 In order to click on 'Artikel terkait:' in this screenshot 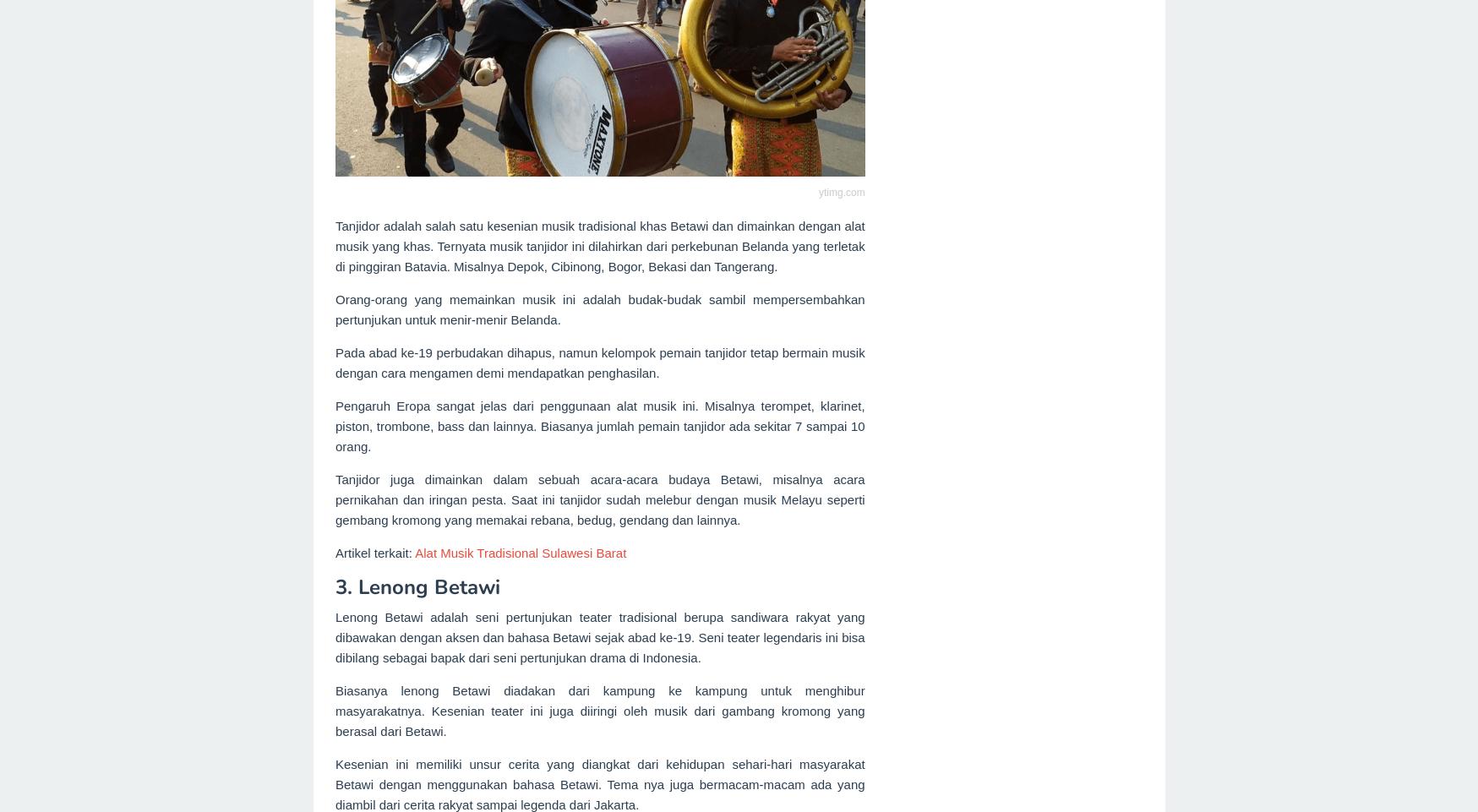, I will do `click(374, 552)`.